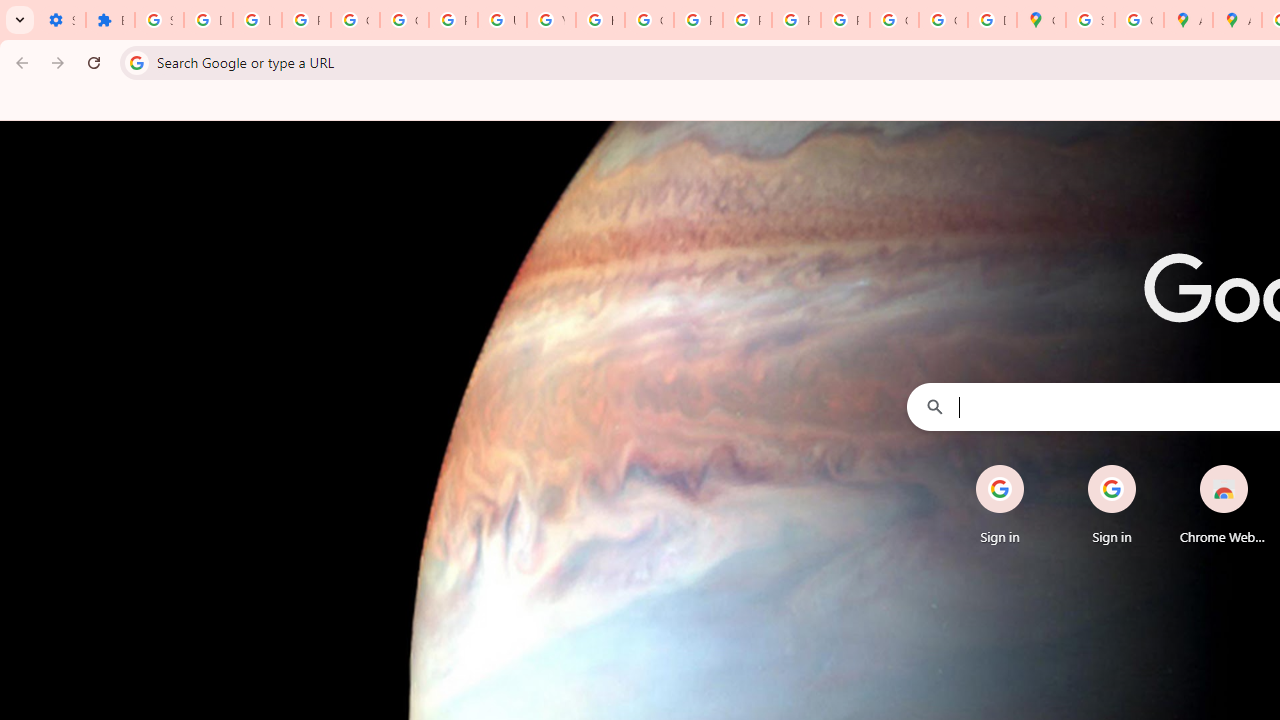 The height and width of the screenshot is (720, 1280). I want to click on 'YouTube', so click(551, 20).